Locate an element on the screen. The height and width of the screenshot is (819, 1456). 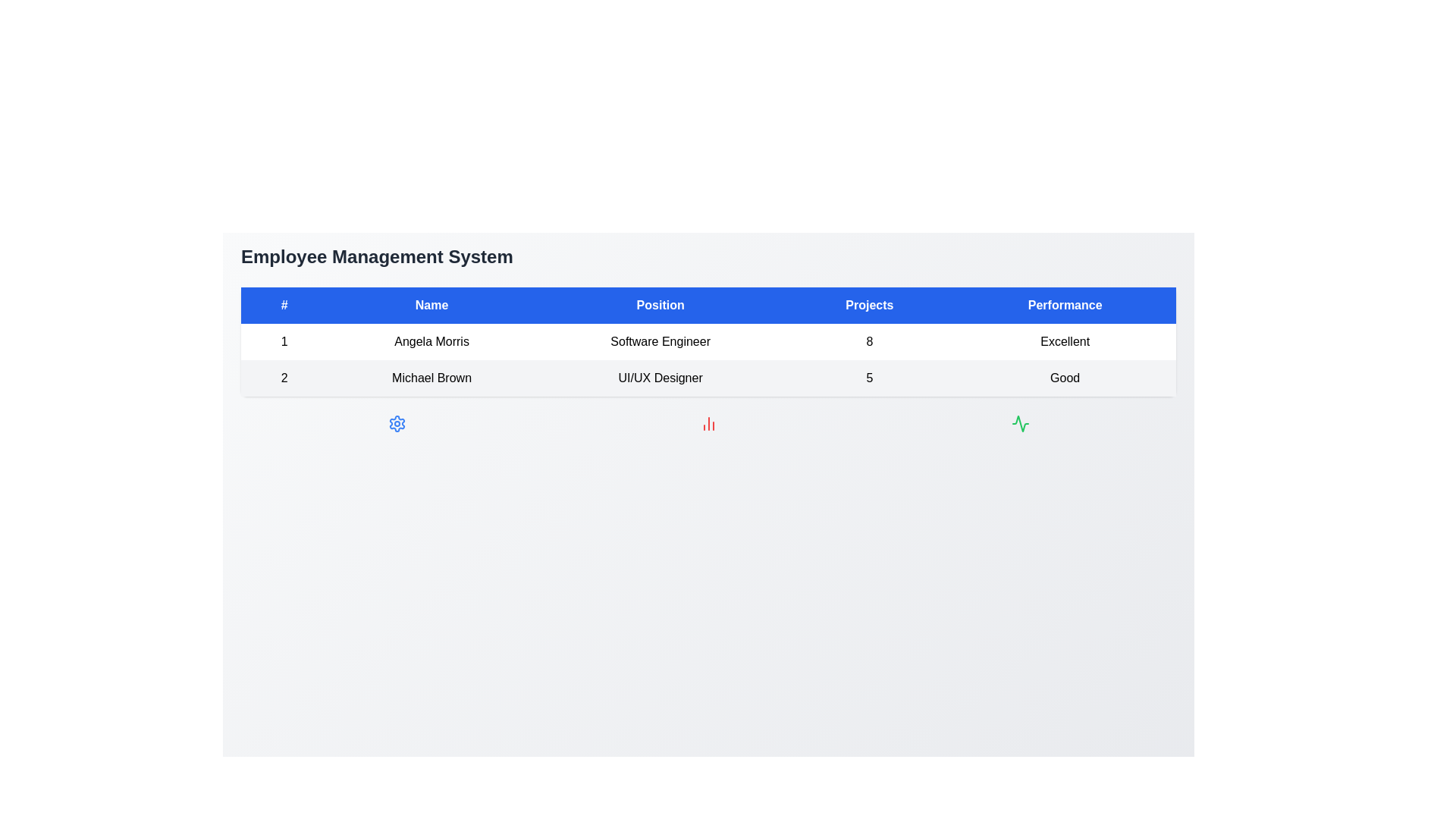
text label 'UI/UX Designer' located in the third column of the second row in the 'Employee Management System' data table, which represents the position of 'Michael Brown' is located at coordinates (661, 377).